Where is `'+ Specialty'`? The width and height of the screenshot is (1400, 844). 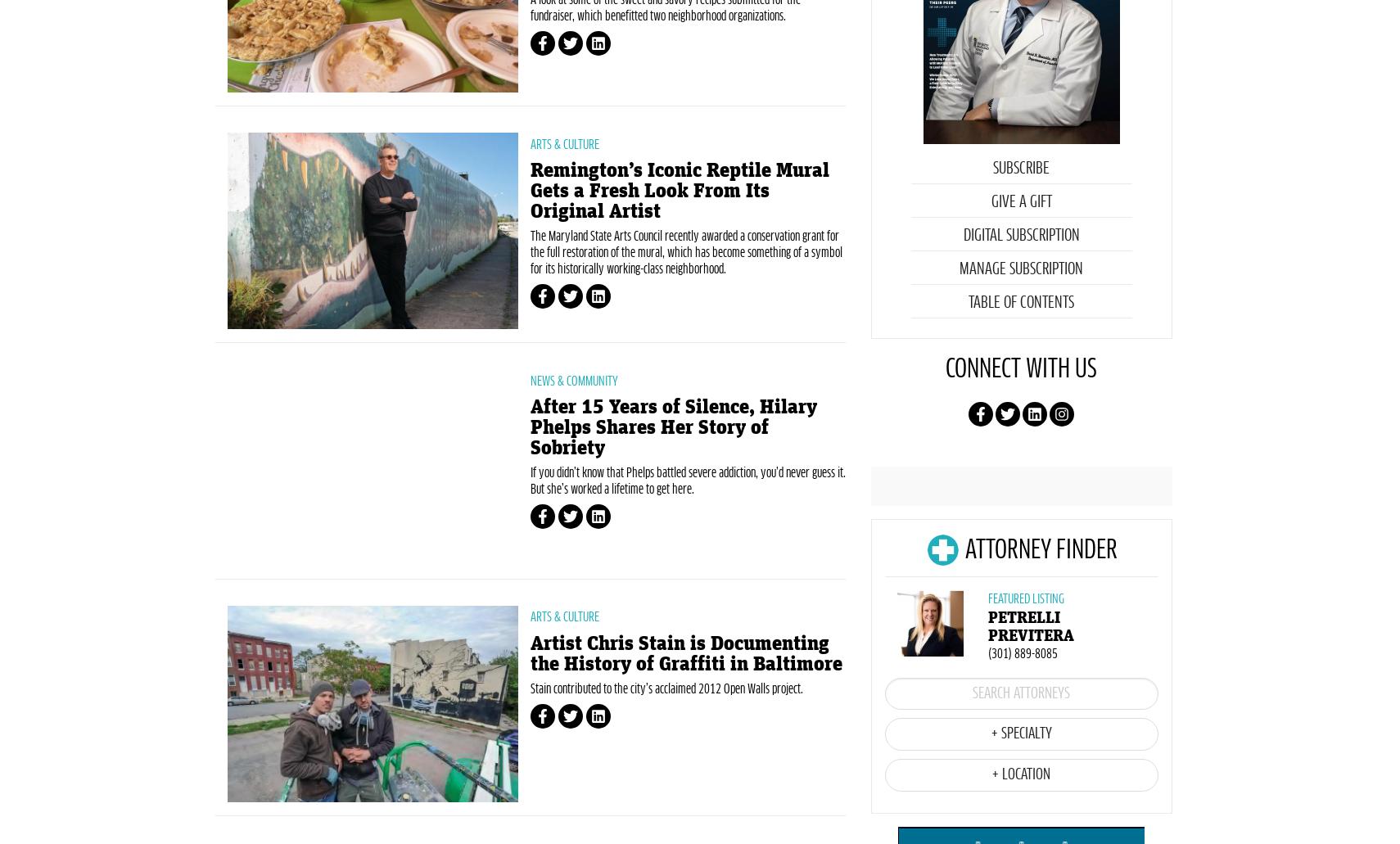 '+ Specialty' is located at coordinates (1019, 810).